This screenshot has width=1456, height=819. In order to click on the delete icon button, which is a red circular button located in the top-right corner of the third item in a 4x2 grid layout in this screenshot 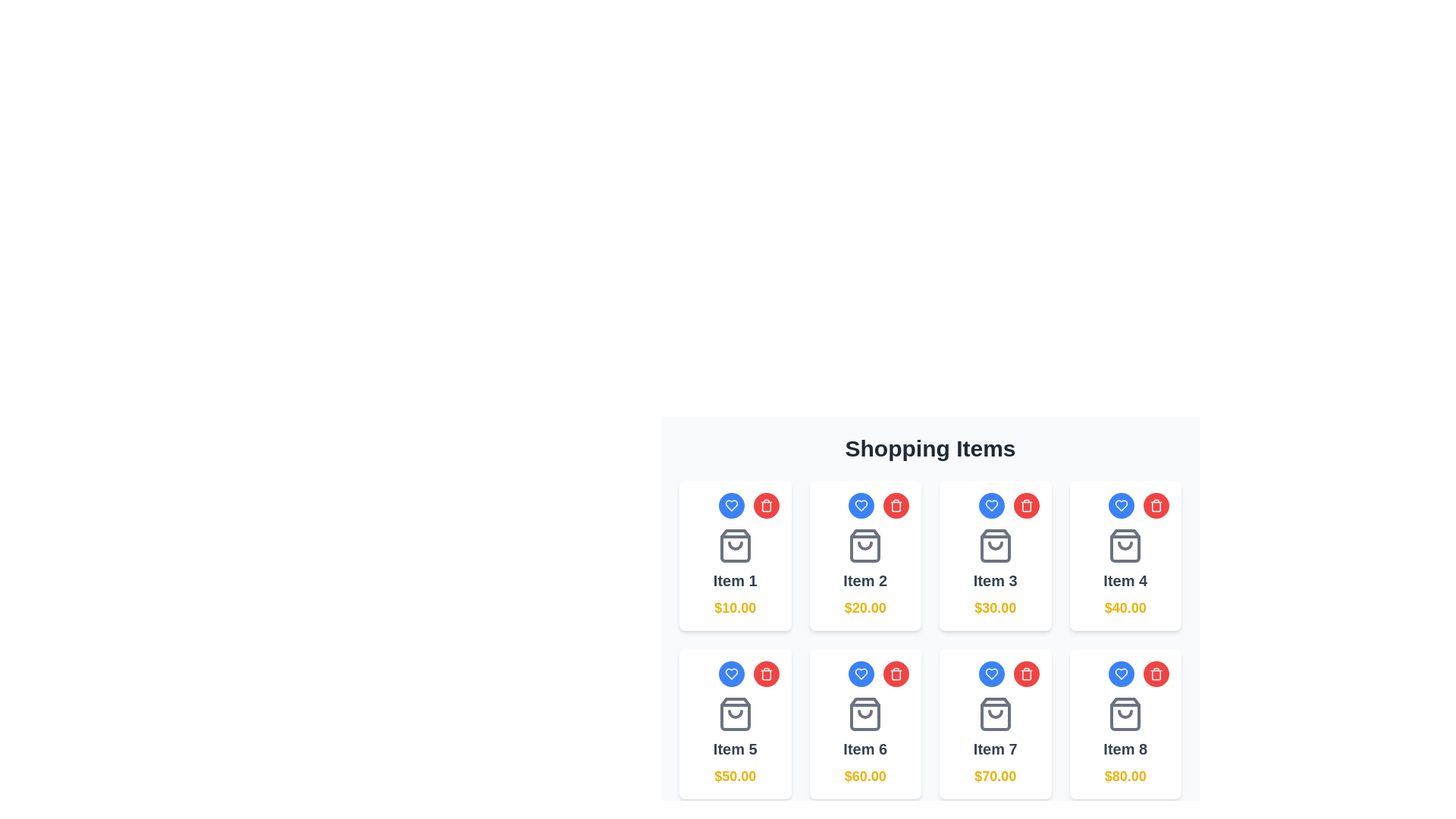, I will do `click(1026, 506)`.